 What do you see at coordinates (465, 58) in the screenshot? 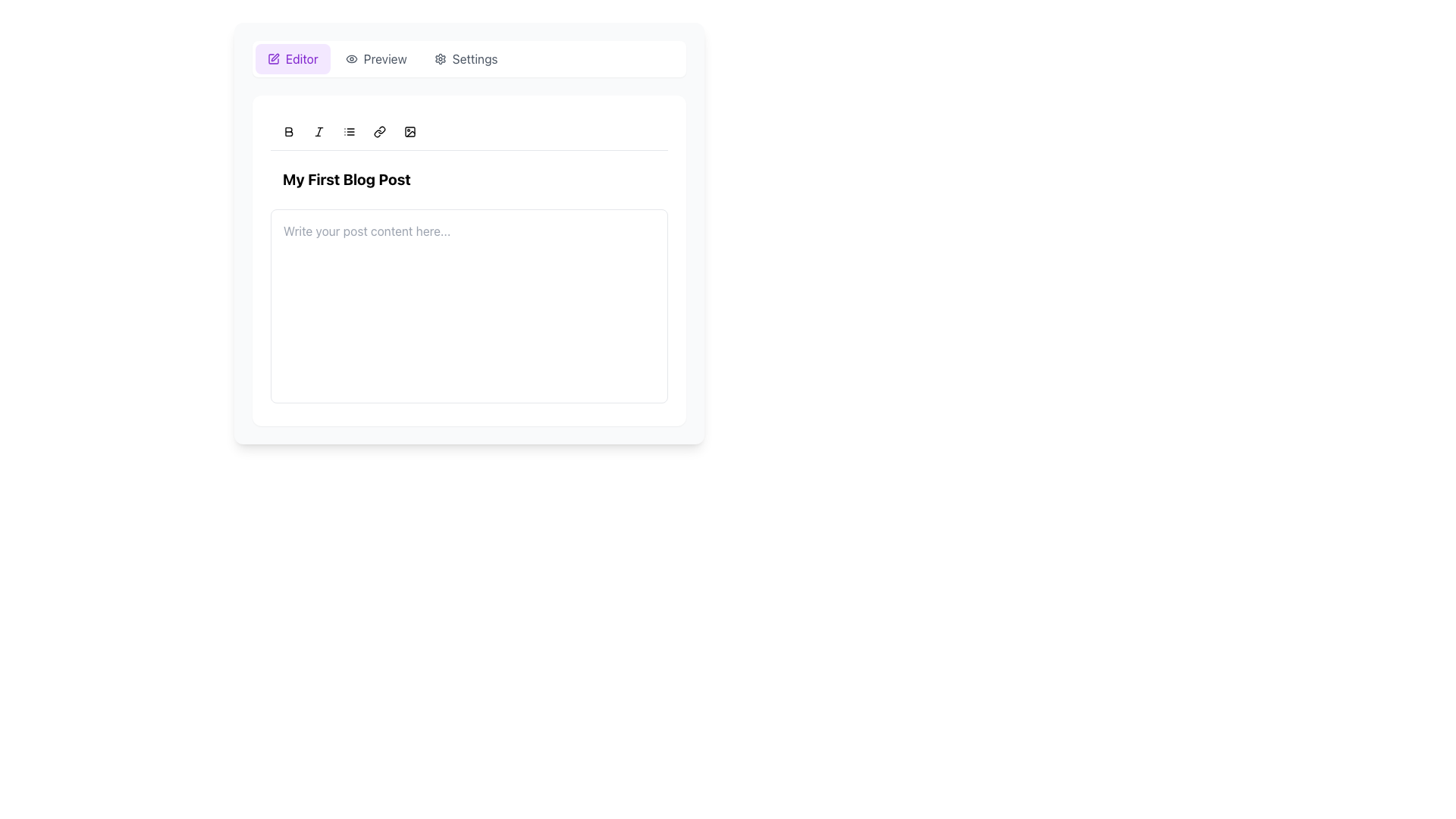
I see `the 'Settings' button, which features a gray cogwheel icon and neutral gray text, to observe the color change effect` at bounding box center [465, 58].